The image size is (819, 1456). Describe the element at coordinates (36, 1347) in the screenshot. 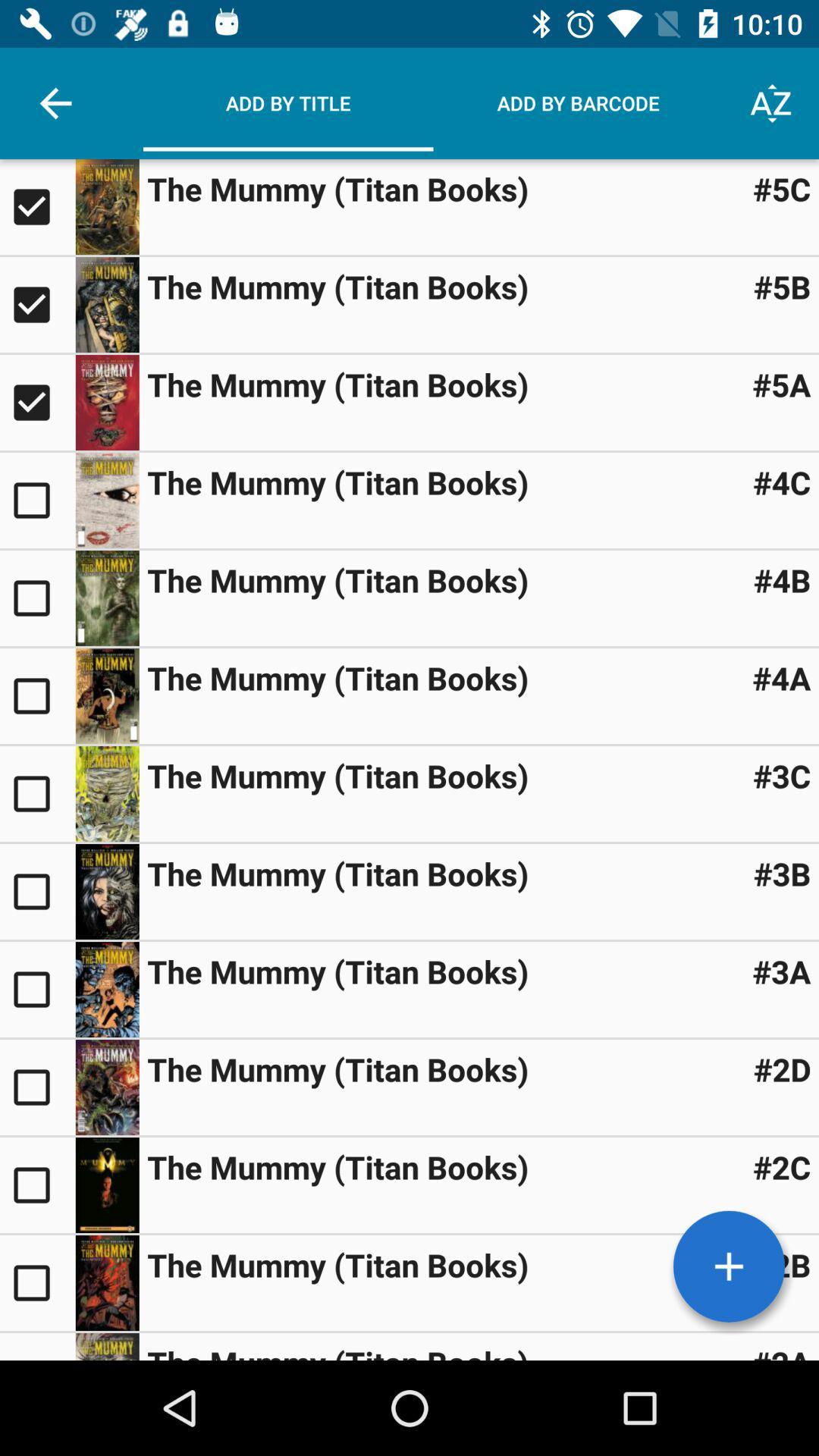

I see `mark the selection` at that location.